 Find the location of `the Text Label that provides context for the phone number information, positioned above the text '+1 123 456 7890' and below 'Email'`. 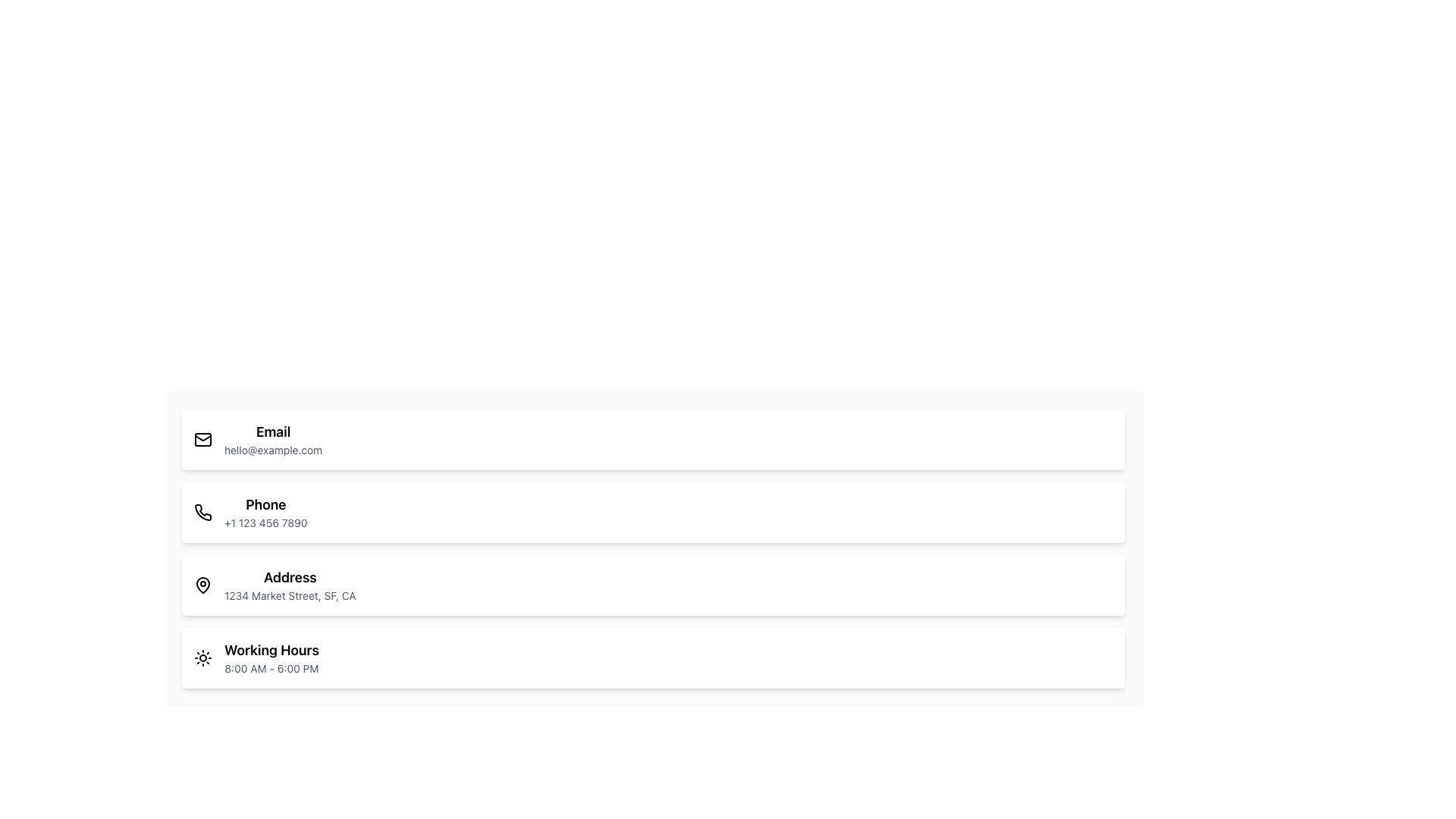

the Text Label that provides context for the phone number information, positioned above the text '+1 123 456 7890' and below 'Email' is located at coordinates (265, 505).